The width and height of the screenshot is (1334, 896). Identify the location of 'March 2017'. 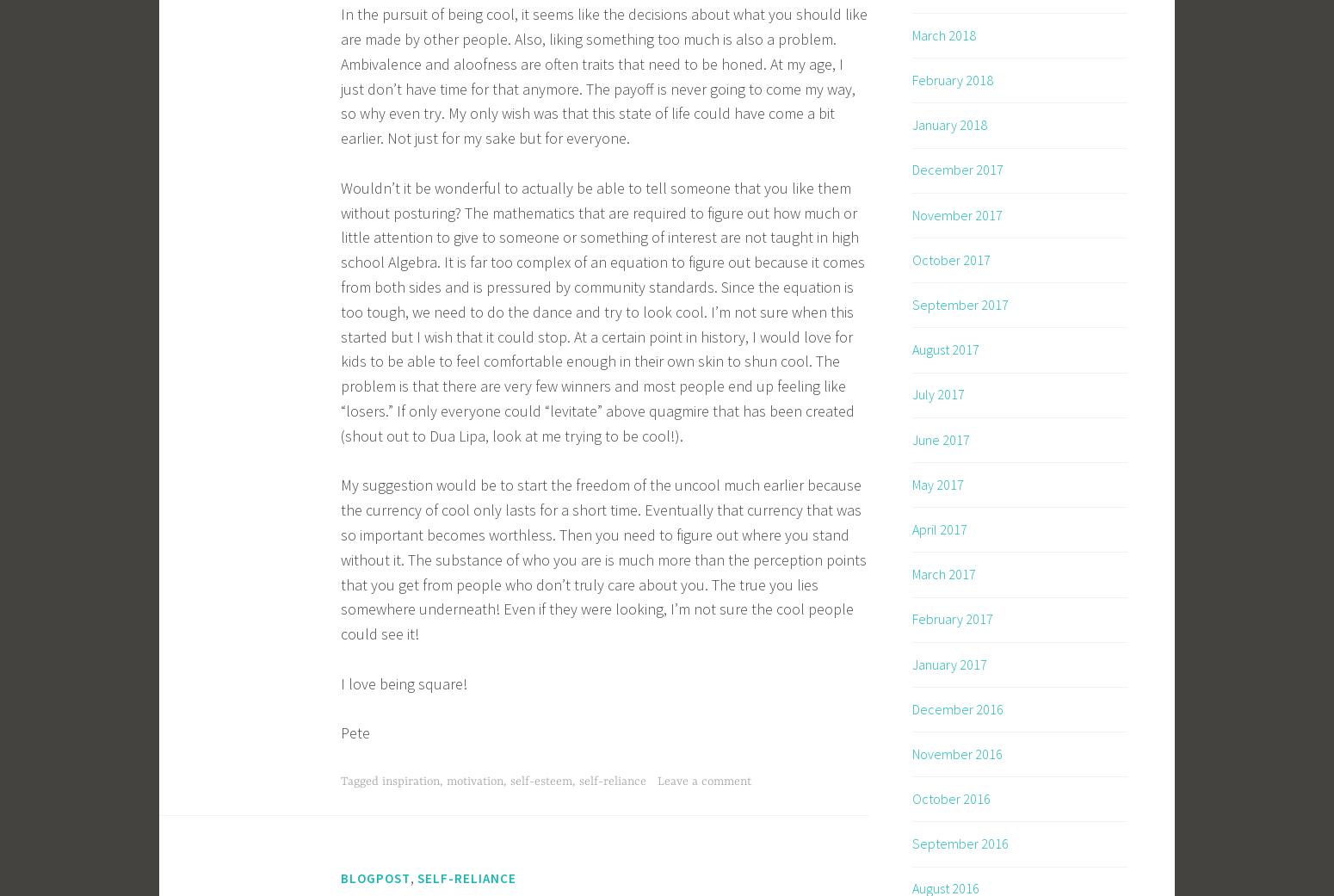
(942, 572).